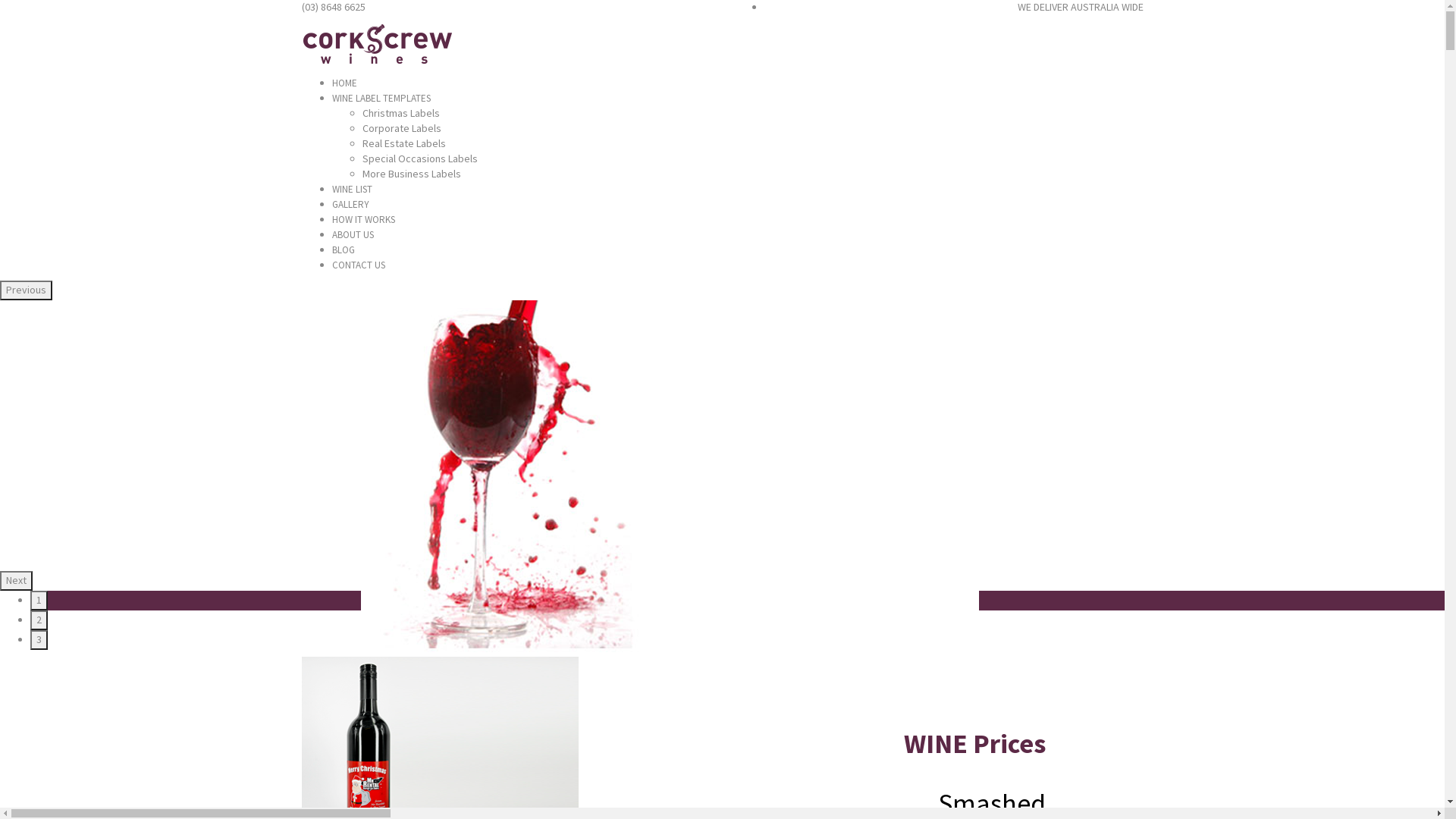  What do you see at coordinates (344, 83) in the screenshot?
I see `'HOME'` at bounding box center [344, 83].